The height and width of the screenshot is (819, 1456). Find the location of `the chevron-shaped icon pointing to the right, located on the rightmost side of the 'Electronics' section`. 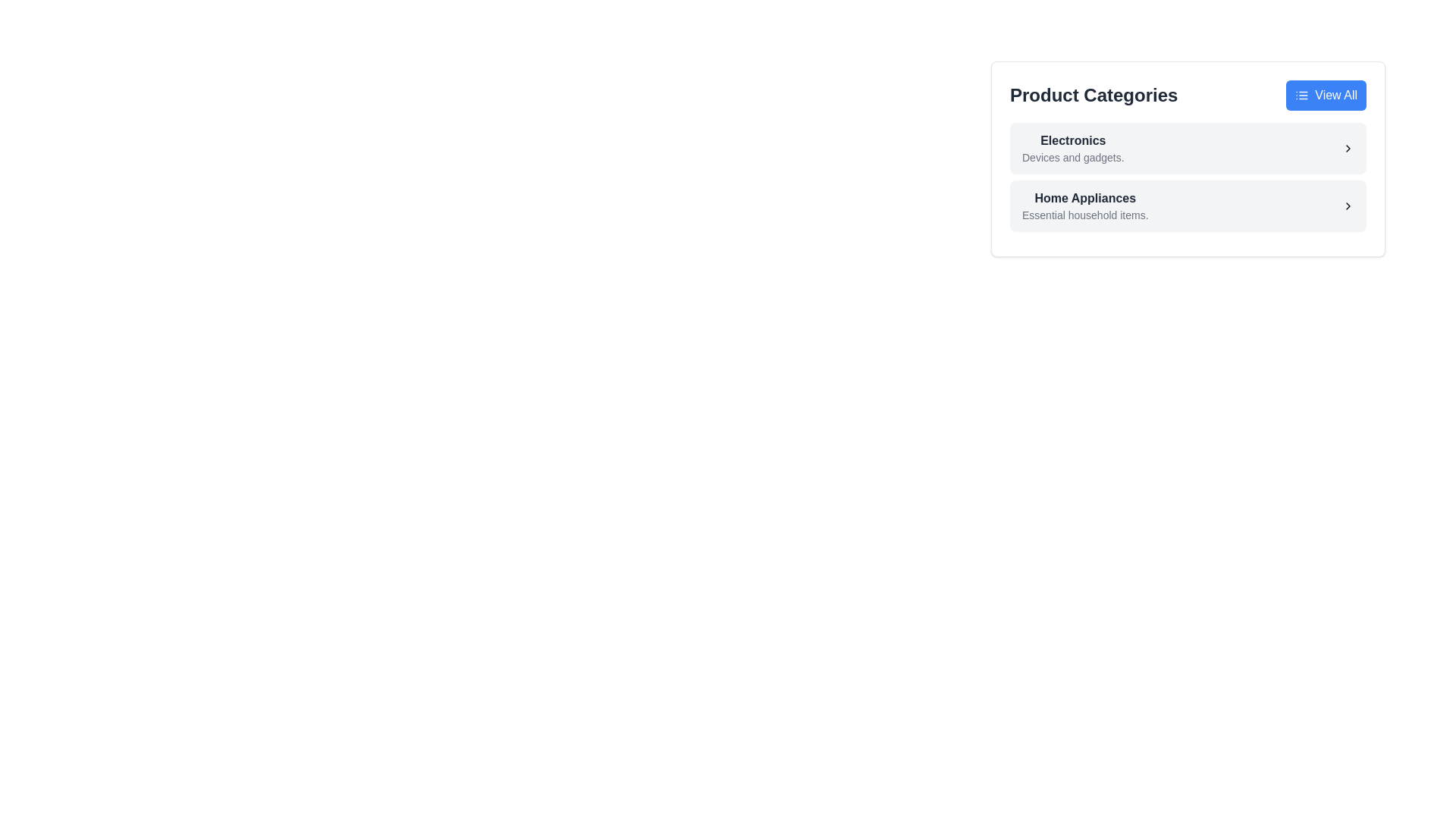

the chevron-shaped icon pointing to the right, located on the rightmost side of the 'Electronics' section is located at coordinates (1348, 149).